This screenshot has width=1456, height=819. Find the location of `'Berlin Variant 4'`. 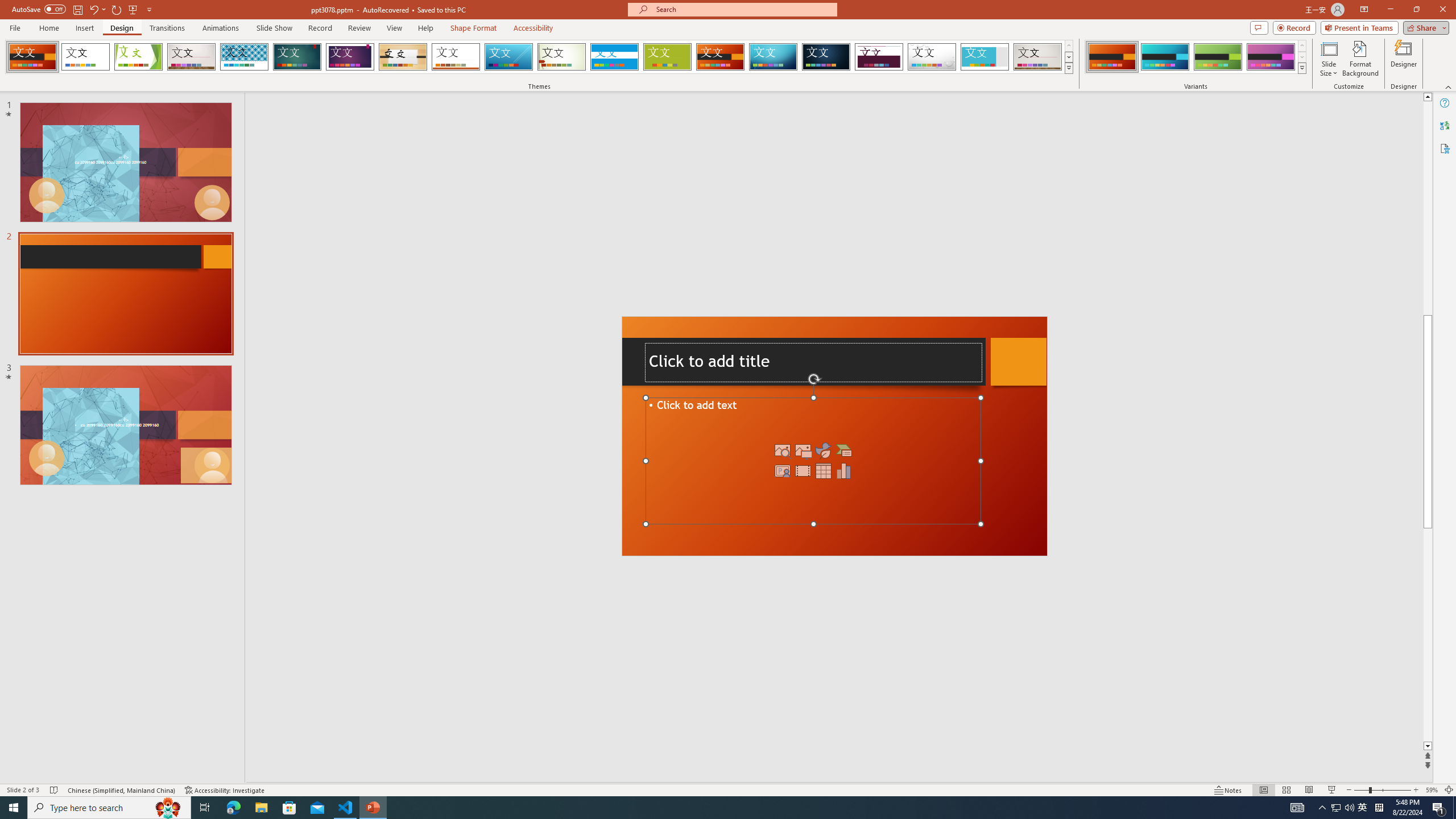

'Berlin Variant 4' is located at coordinates (1270, 56).